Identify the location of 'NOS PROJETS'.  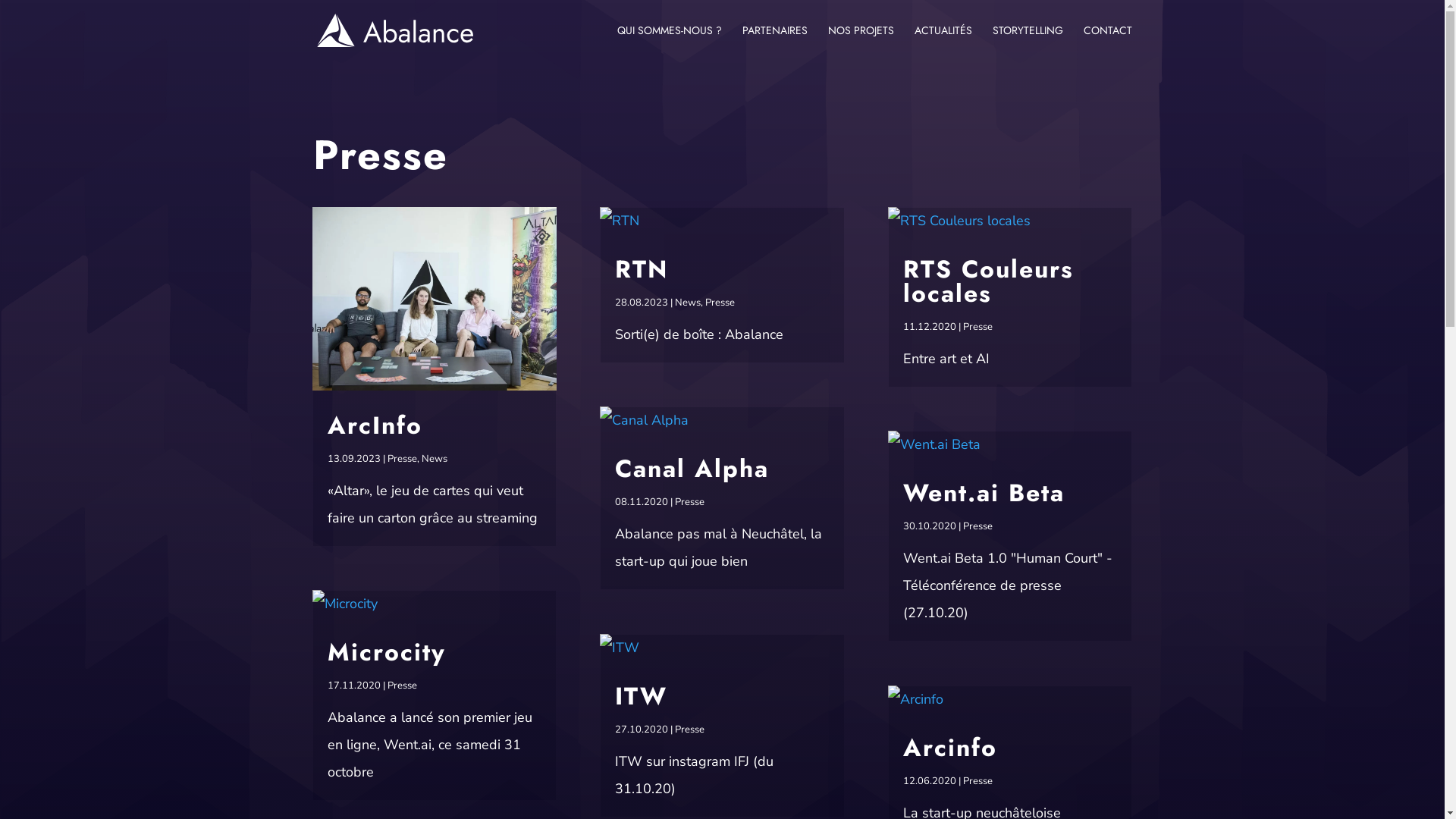
(861, 42).